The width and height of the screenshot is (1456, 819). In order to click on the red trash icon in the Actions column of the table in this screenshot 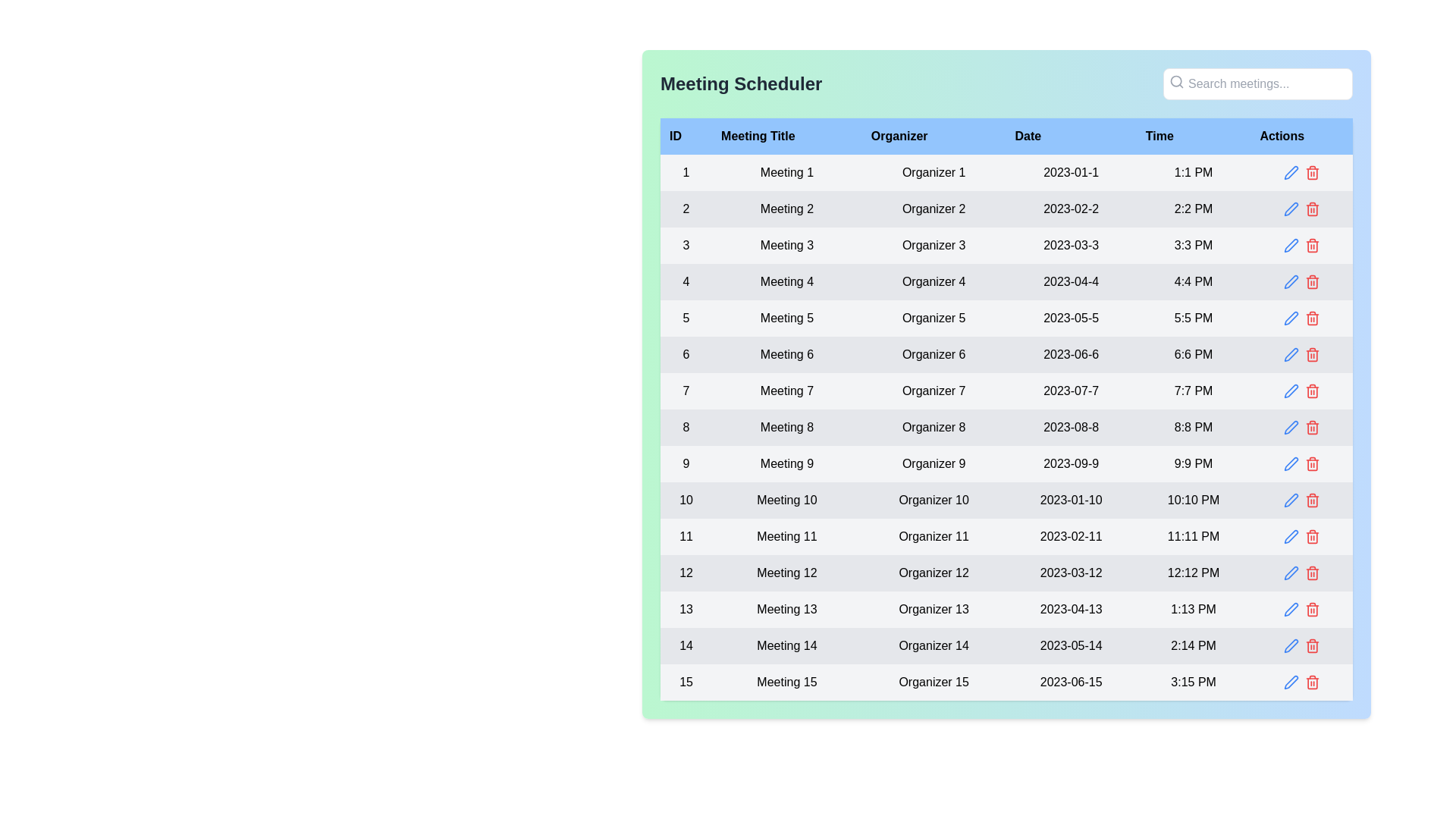, I will do `click(1311, 536)`.